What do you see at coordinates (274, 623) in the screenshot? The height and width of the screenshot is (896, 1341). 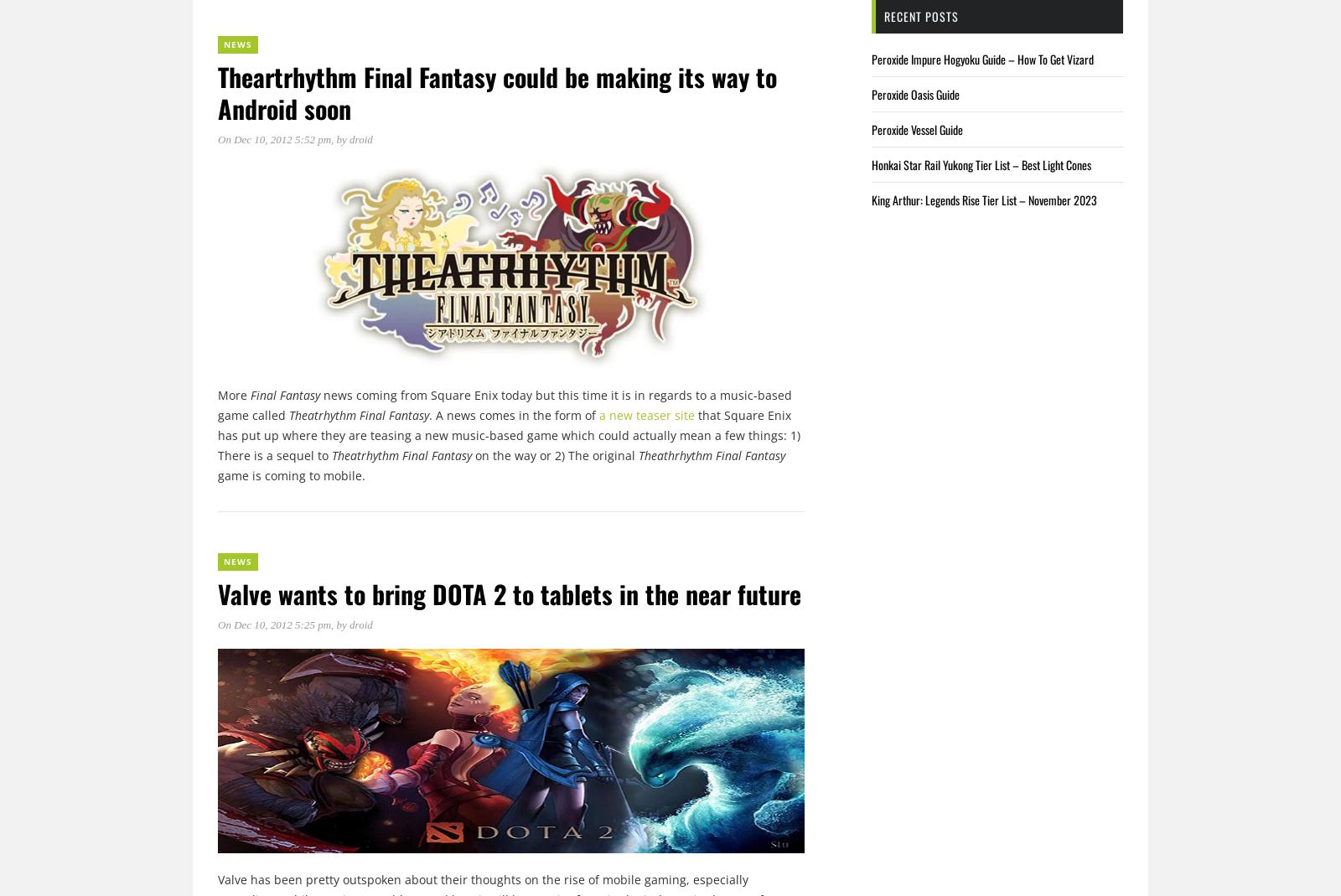 I see `'On Dec 10, 2012 5:25 pm'` at bounding box center [274, 623].